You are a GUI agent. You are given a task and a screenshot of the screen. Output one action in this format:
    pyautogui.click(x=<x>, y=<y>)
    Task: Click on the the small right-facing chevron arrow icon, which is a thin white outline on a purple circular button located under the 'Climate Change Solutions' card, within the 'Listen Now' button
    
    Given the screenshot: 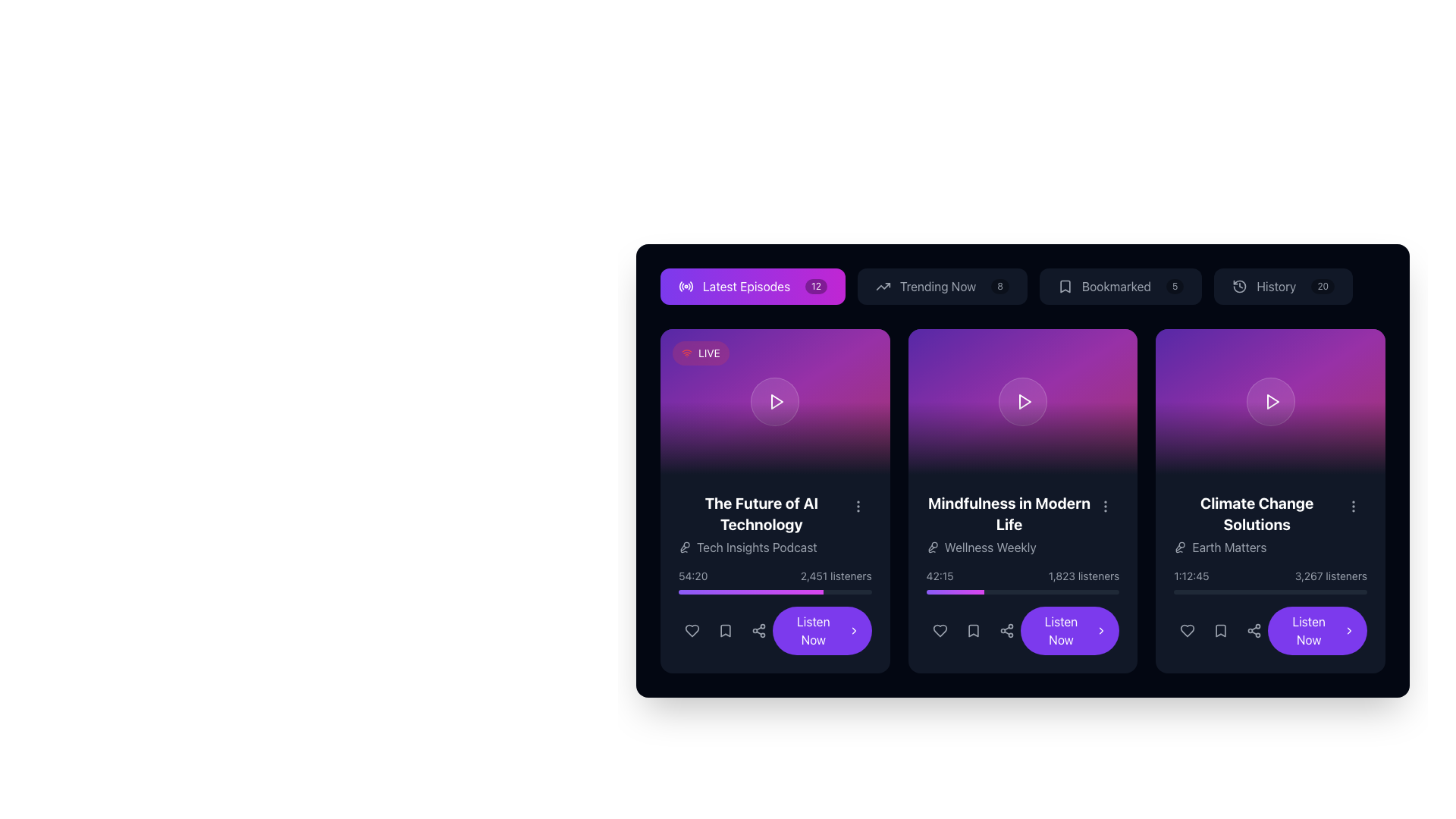 What is the action you would take?
    pyautogui.click(x=1349, y=631)
    